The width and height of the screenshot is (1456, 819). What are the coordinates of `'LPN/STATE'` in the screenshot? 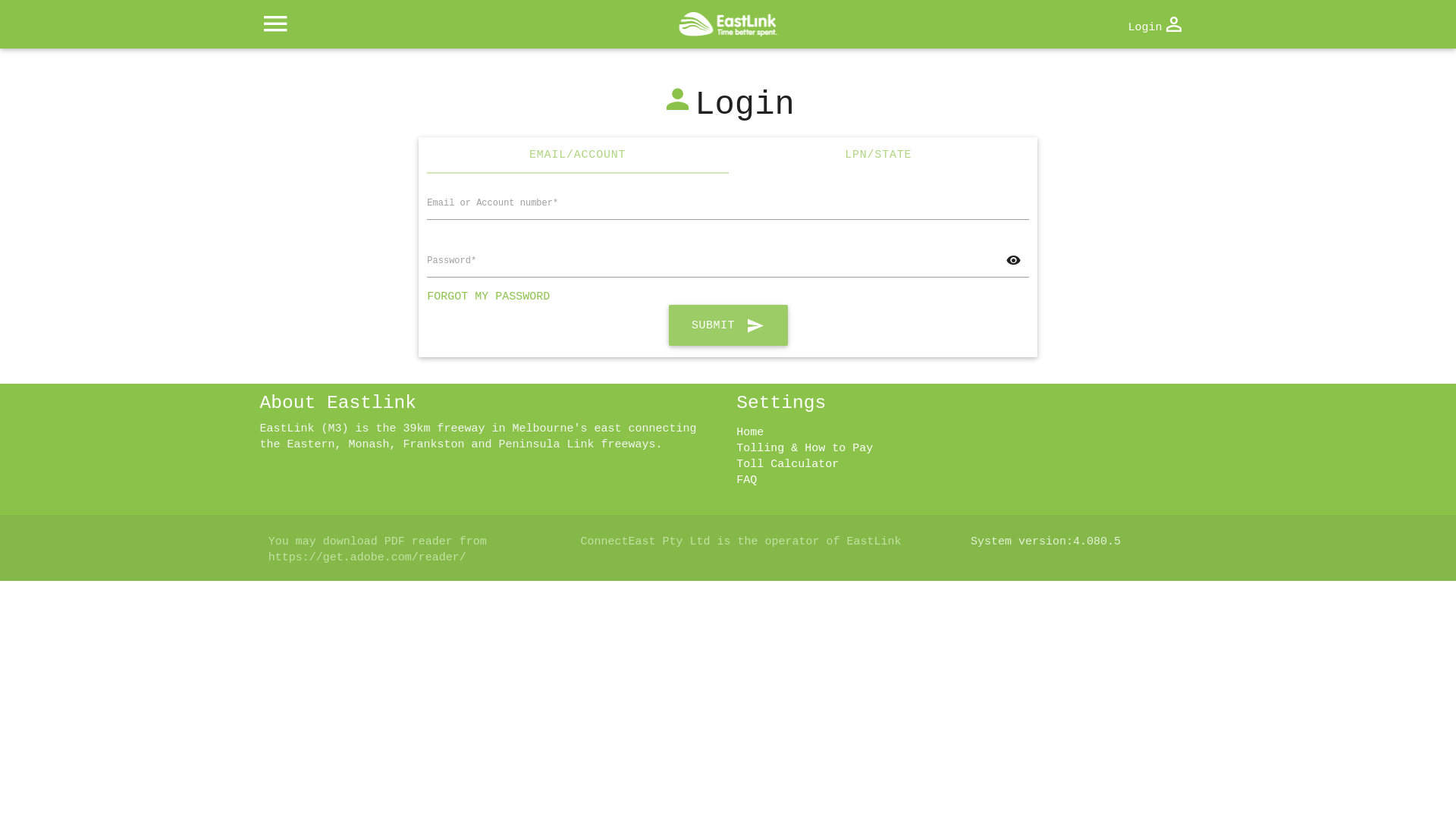 It's located at (878, 155).